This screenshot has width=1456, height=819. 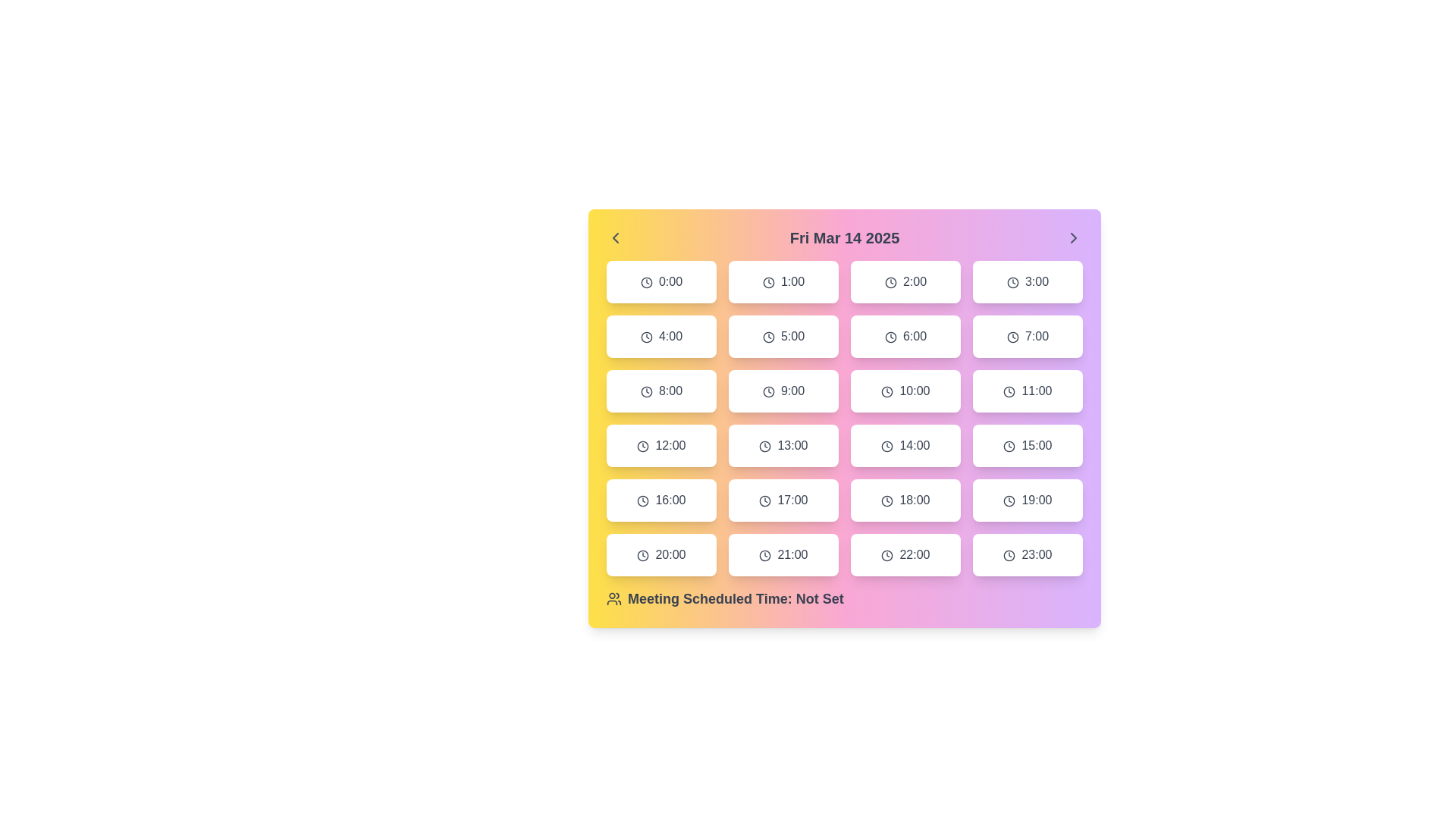 I want to click on the decorative icon representing the time slot '14:00' in the scheduling interface, located in the third column of the fourth row, so click(x=887, y=445).